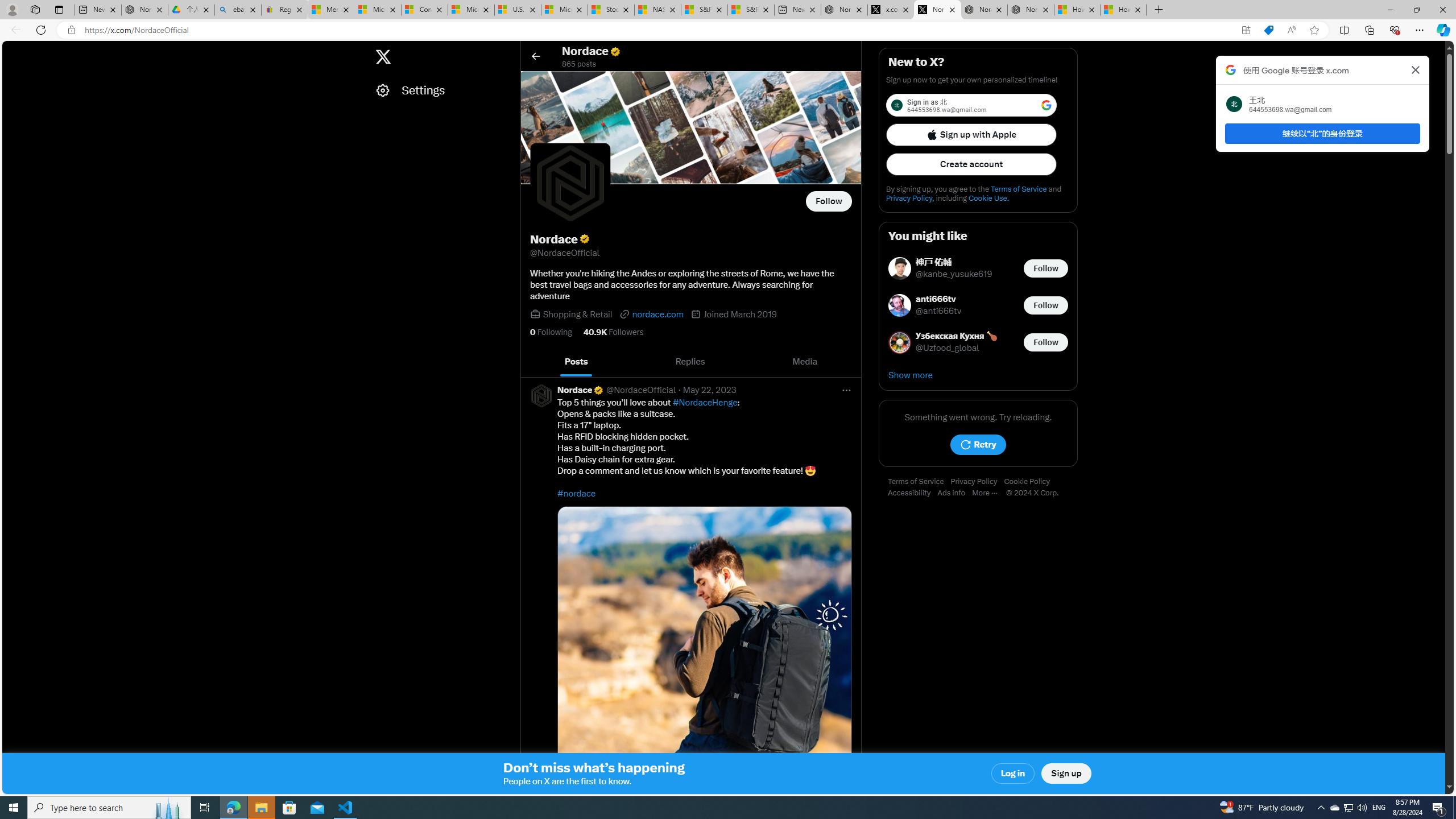 Image resolution: width=1456 pixels, height=819 pixels. Describe the element at coordinates (938, 299) in the screenshot. I see `'anti666tv'` at that location.